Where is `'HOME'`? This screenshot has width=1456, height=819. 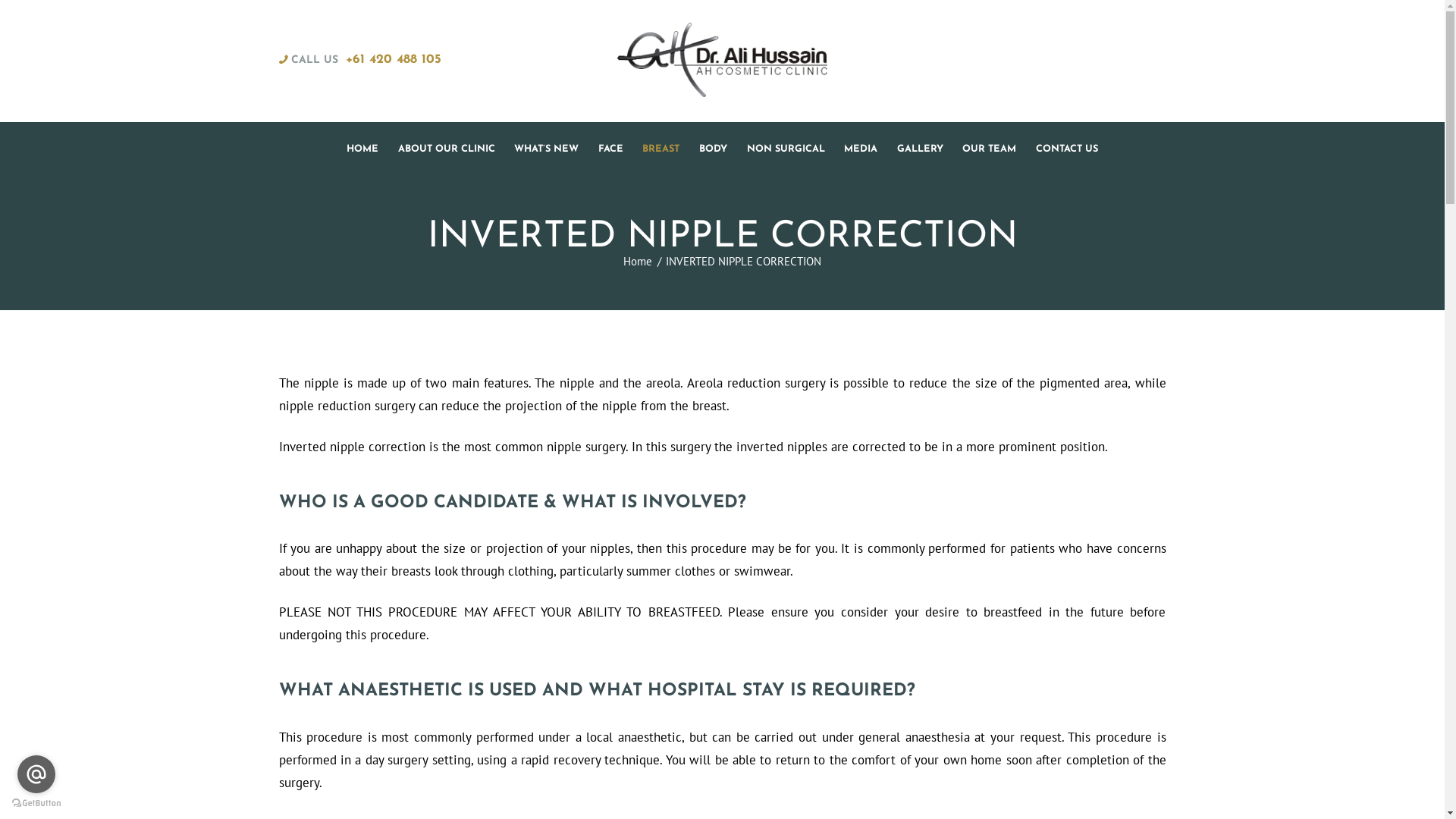
'HOME' is located at coordinates (362, 149).